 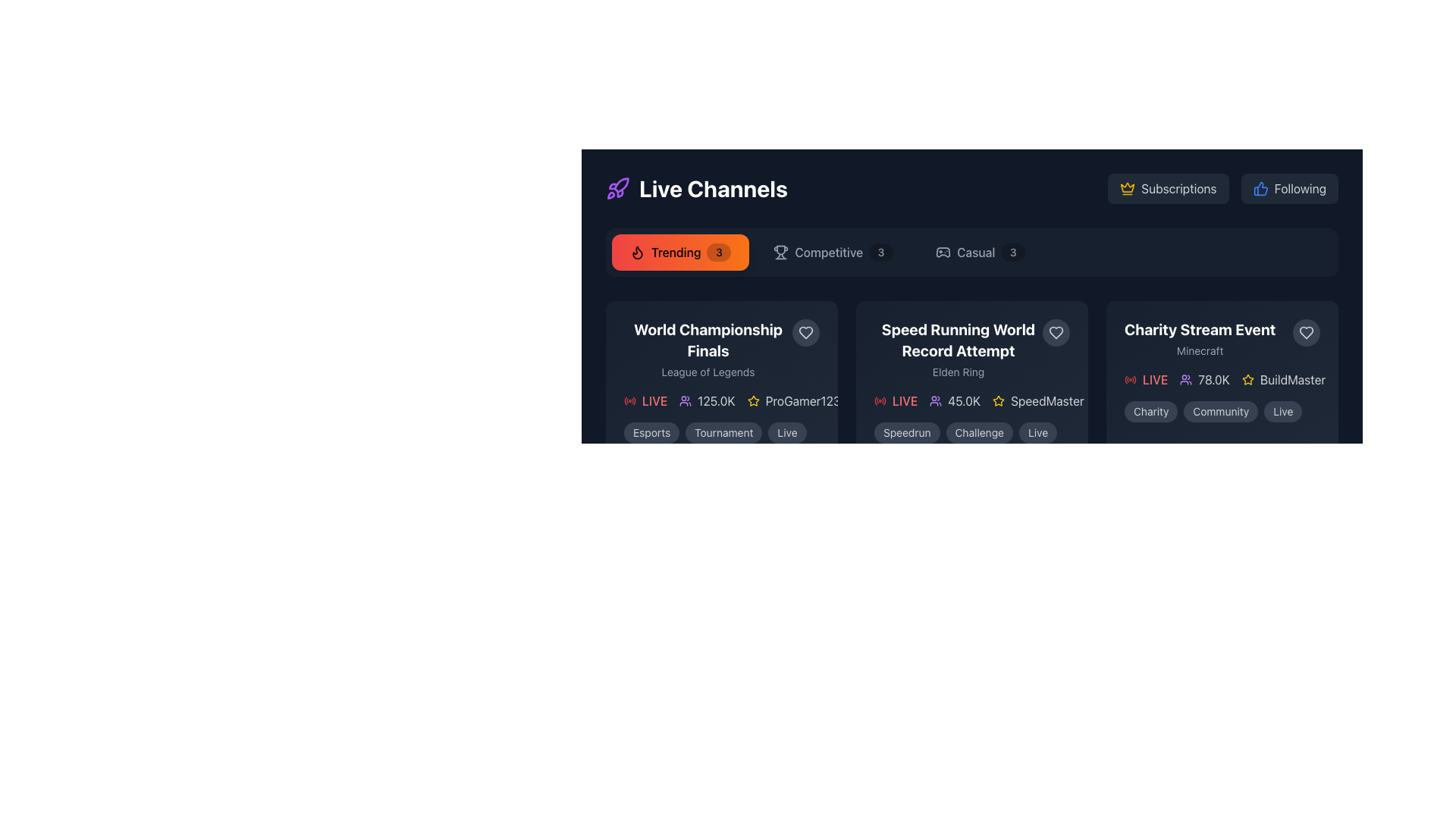 I want to click on the star icon with a yellow outline located to the left of the username 'ProGamer123' in the 'World Championship Finals' section of the 'Live Channels' interface, so click(x=753, y=400).